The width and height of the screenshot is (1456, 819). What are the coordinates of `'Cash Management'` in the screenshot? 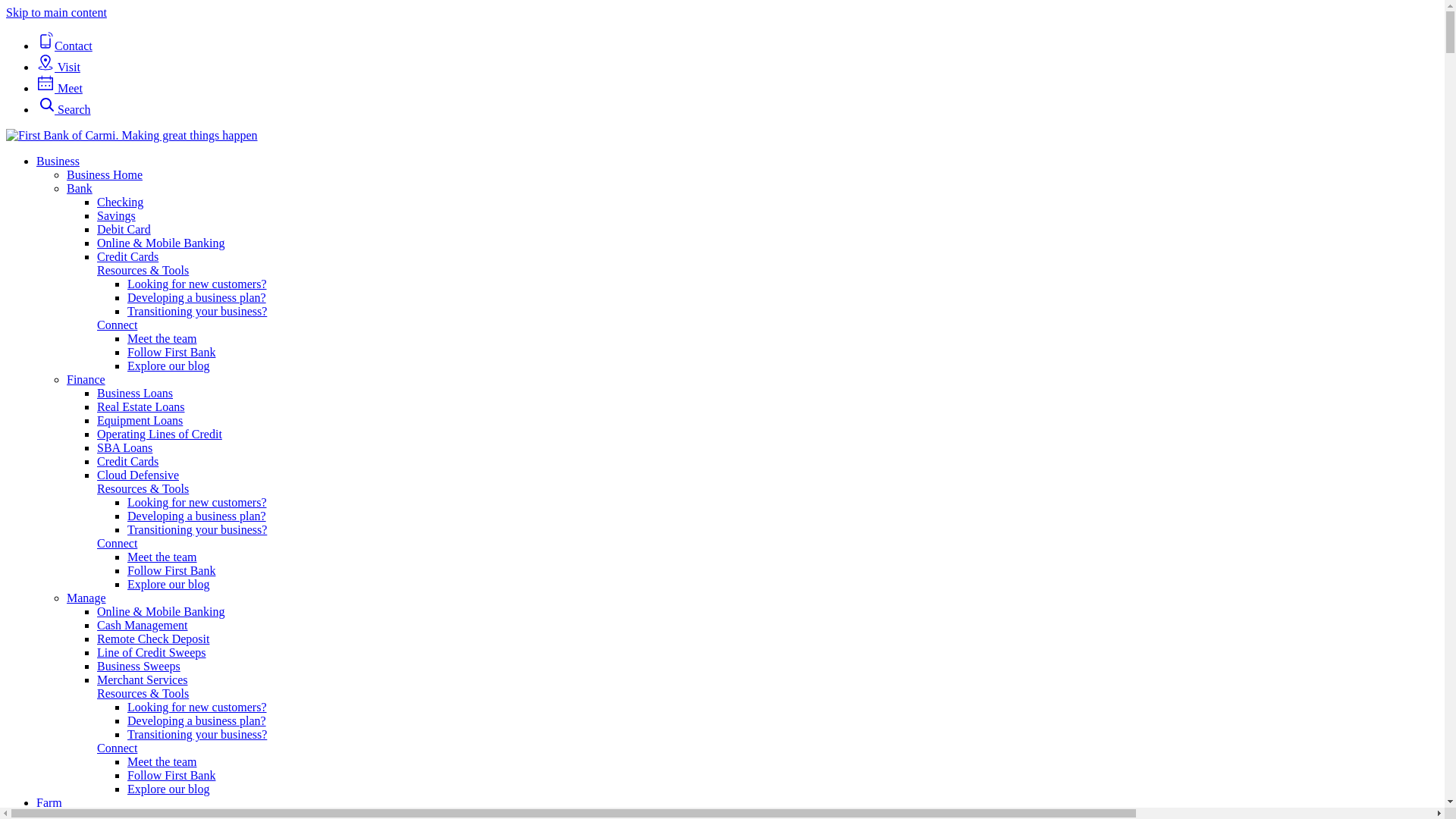 It's located at (96, 625).